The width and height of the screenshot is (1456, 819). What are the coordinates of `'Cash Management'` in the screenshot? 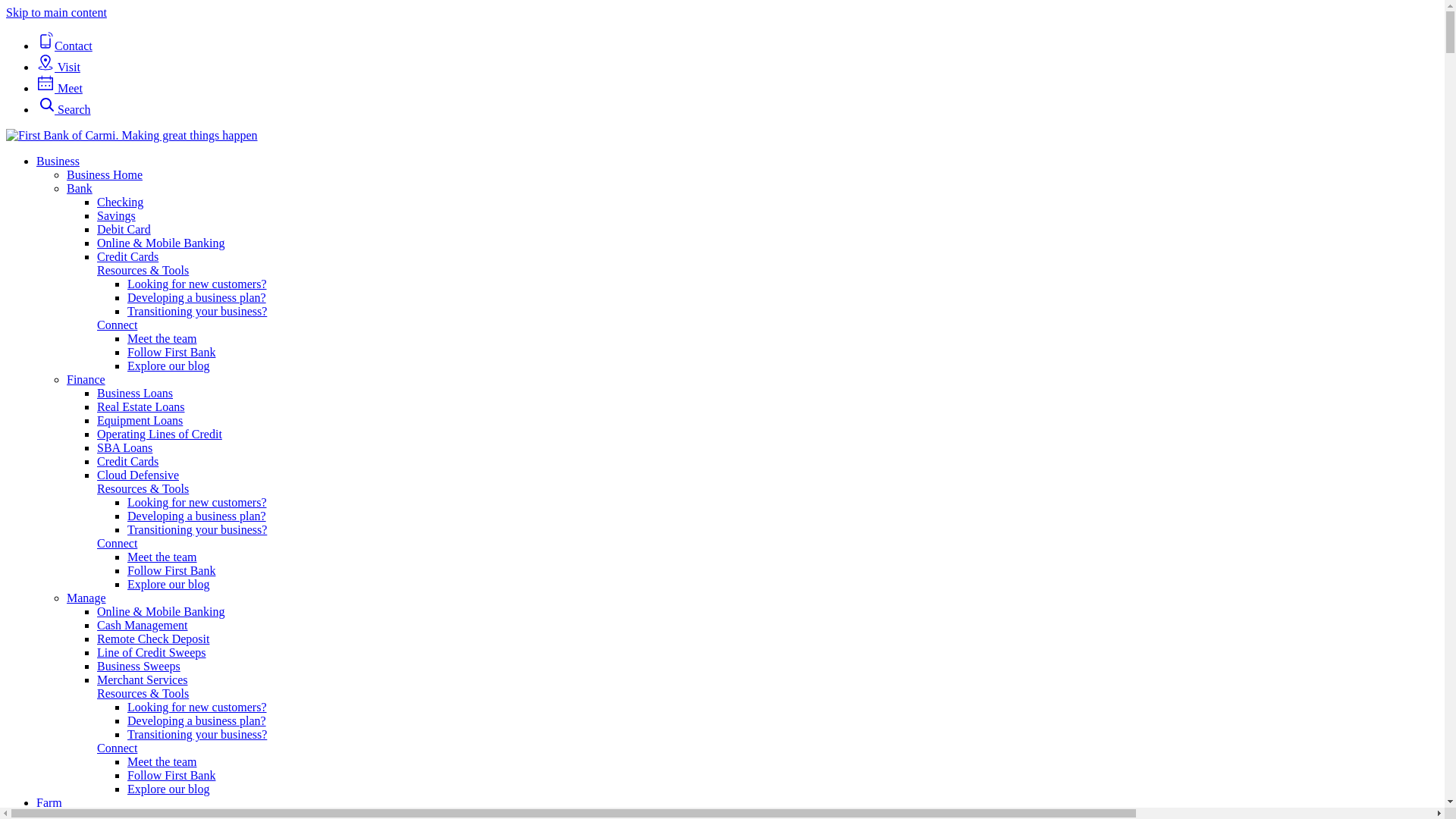 It's located at (96, 625).